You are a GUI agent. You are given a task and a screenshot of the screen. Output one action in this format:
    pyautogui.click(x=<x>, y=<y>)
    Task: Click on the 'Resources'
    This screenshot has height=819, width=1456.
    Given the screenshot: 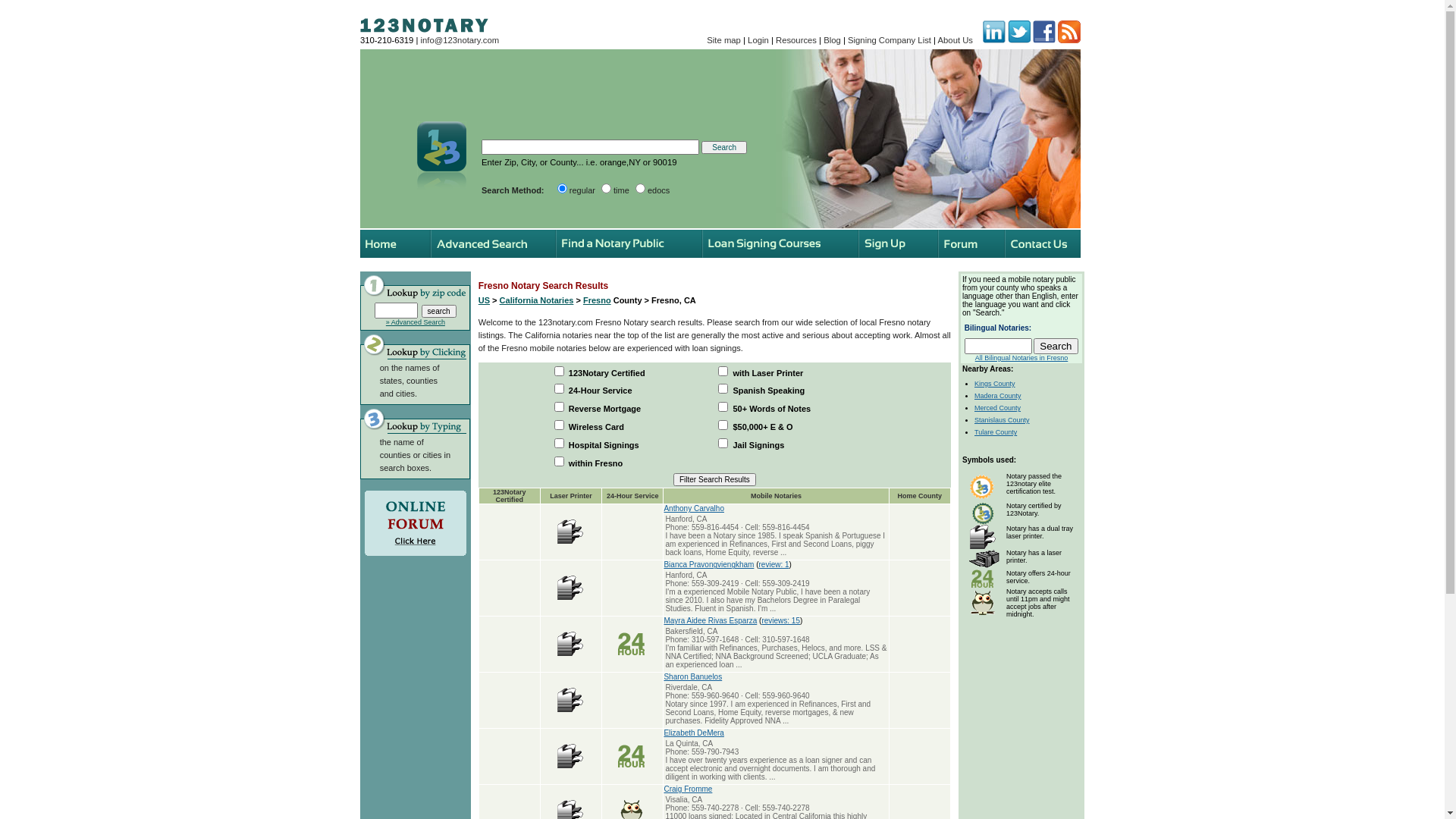 What is the action you would take?
    pyautogui.click(x=795, y=39)
    